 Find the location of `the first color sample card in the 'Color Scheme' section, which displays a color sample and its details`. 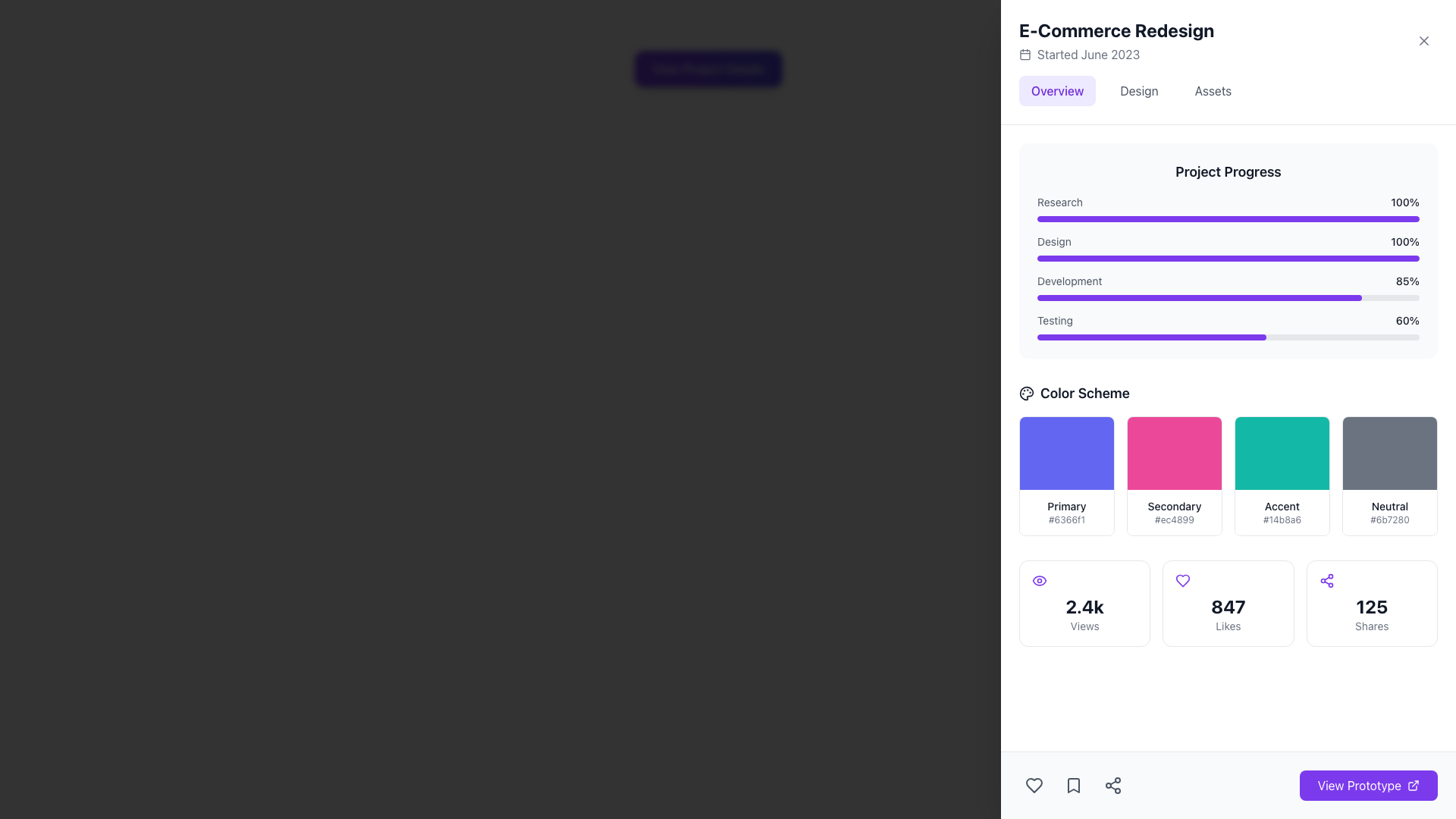

the first color sample card in the 'Color Scheme' section, which displays a color sample and its details is located at coordinates (1065, 475).